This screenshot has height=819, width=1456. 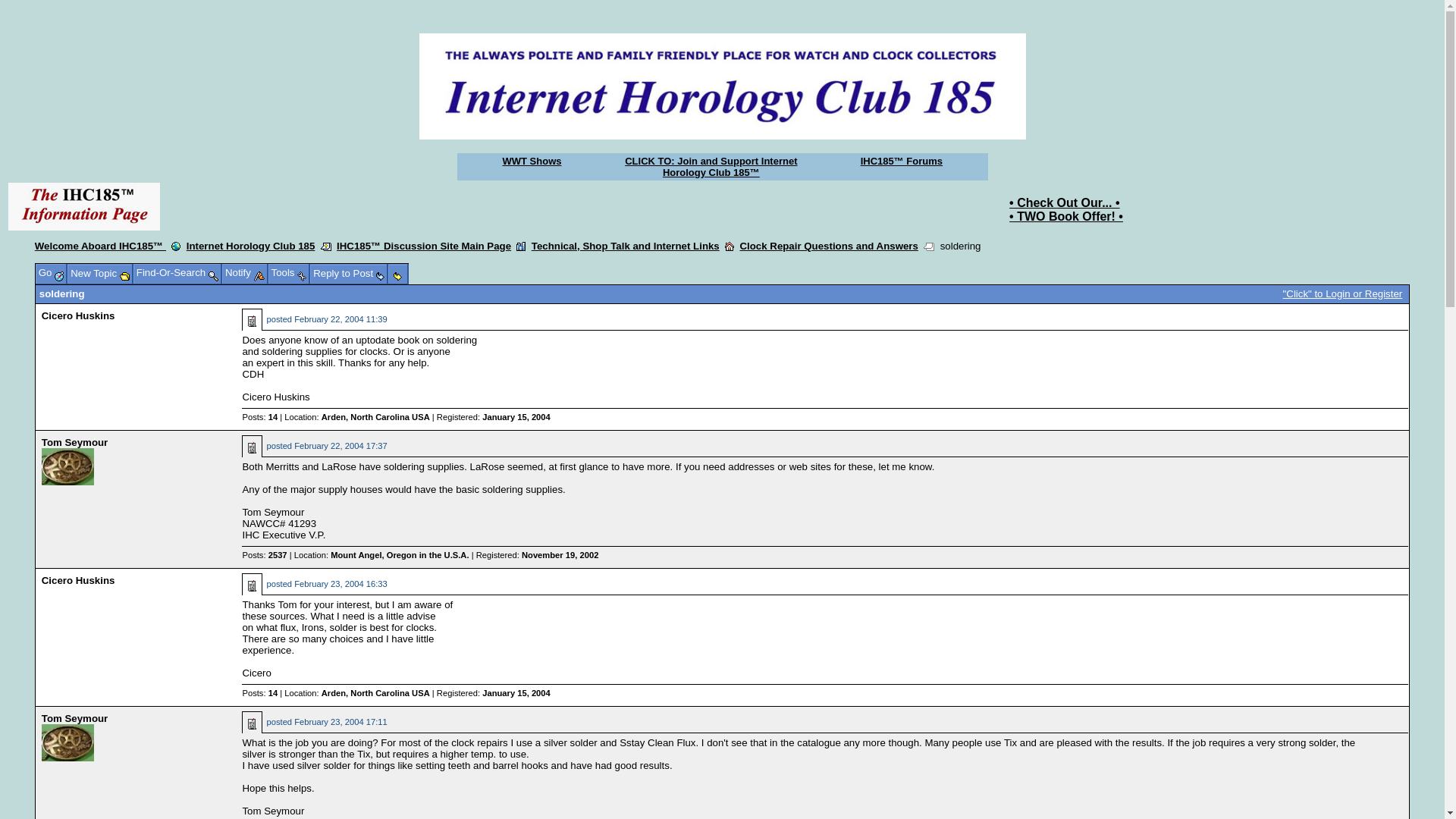 What do you see at coordinates (531, 161) in the screenshot?
I see `'WWT Shows'` at bounding box center [531, 161].